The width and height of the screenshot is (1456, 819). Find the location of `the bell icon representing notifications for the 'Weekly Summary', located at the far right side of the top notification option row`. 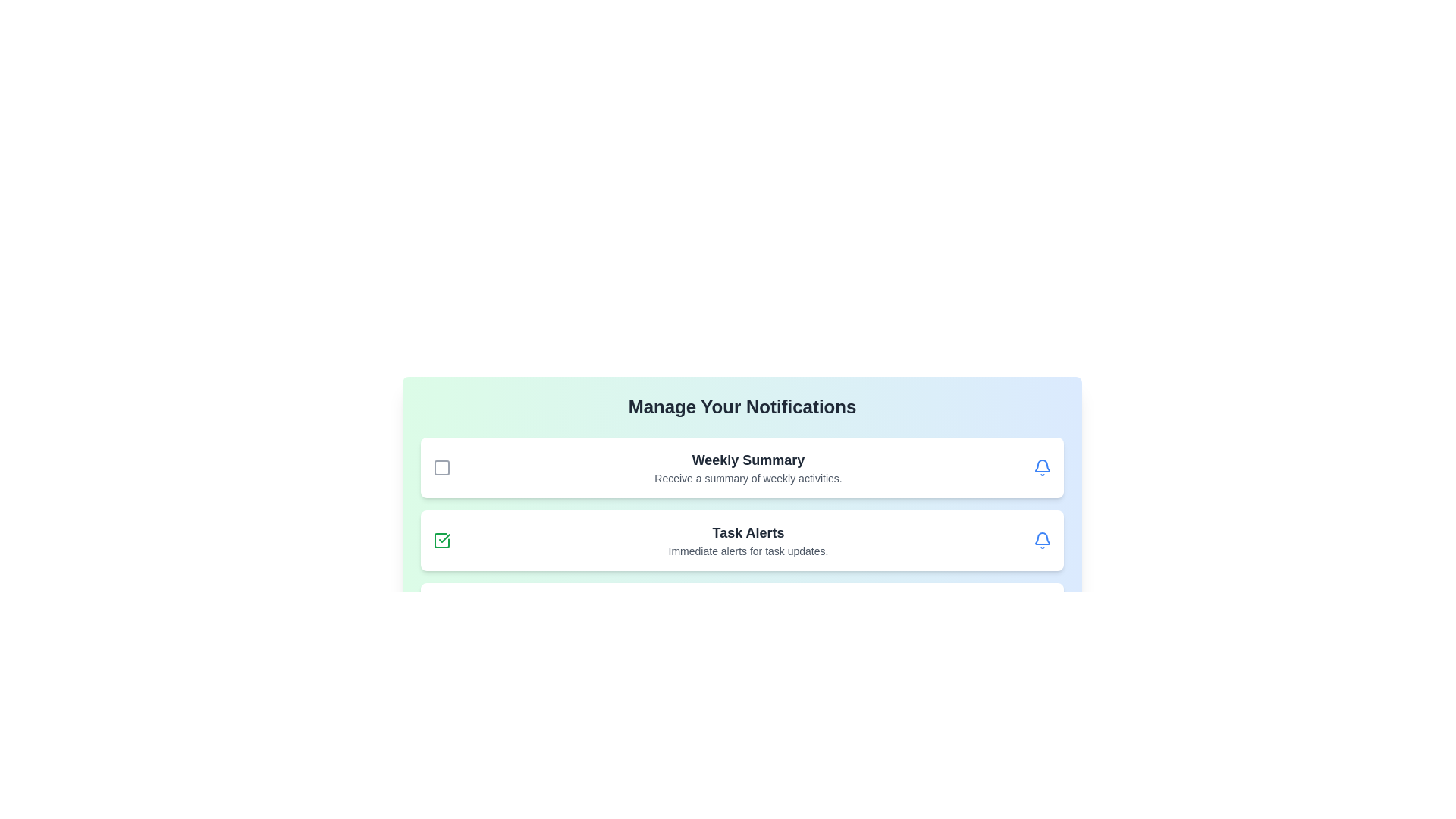

the bell icon representing notifications for the 'Weekly Summary', located at the far right side of the top notification option row is located at coordinates (1041, 467).